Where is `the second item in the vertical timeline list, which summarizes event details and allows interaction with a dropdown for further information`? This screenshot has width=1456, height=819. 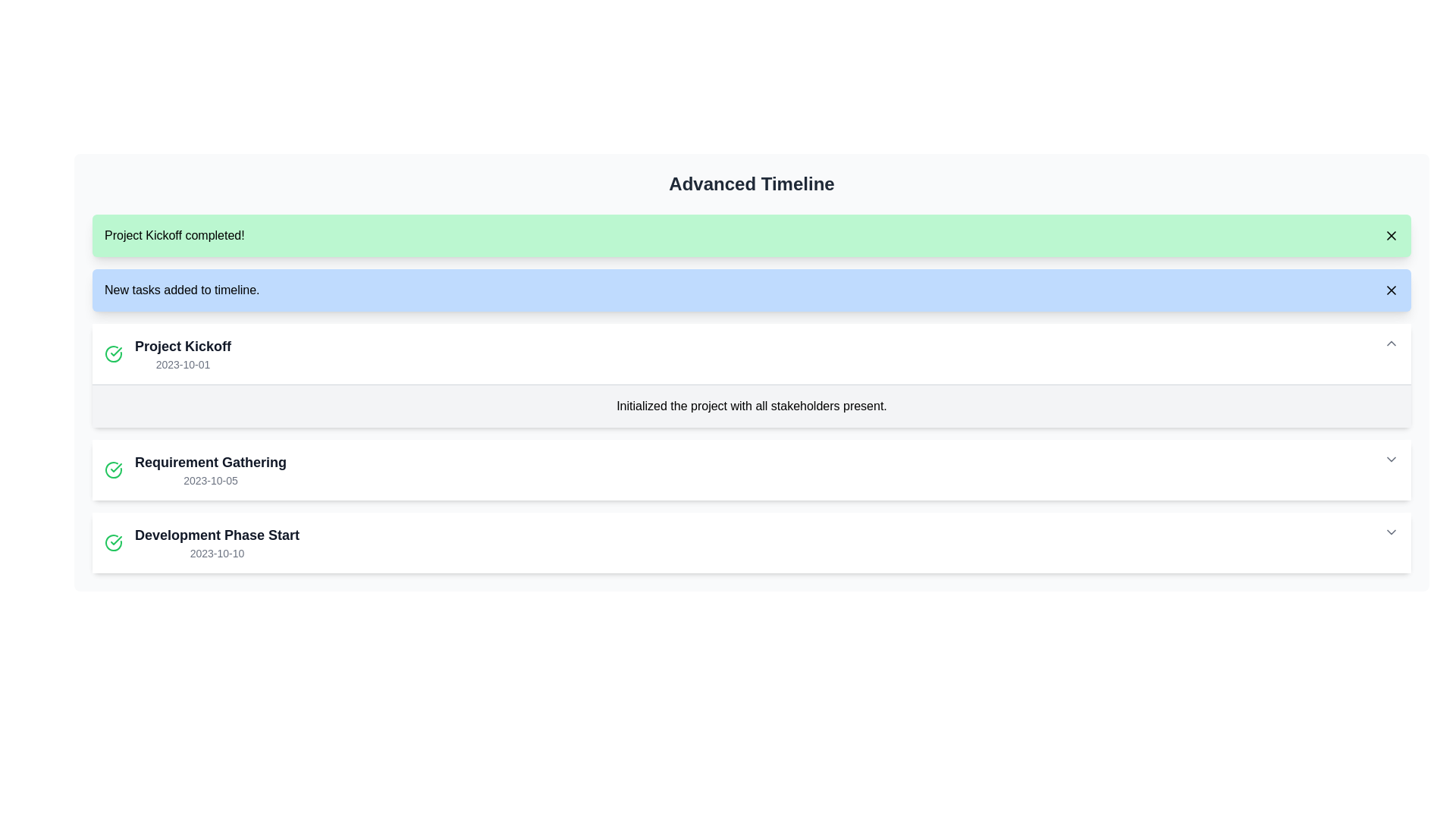 the second item in the vertical timeline list, which summarizes event details and allows interaction with a dropdown for further information is located at coordinates (752, 469).